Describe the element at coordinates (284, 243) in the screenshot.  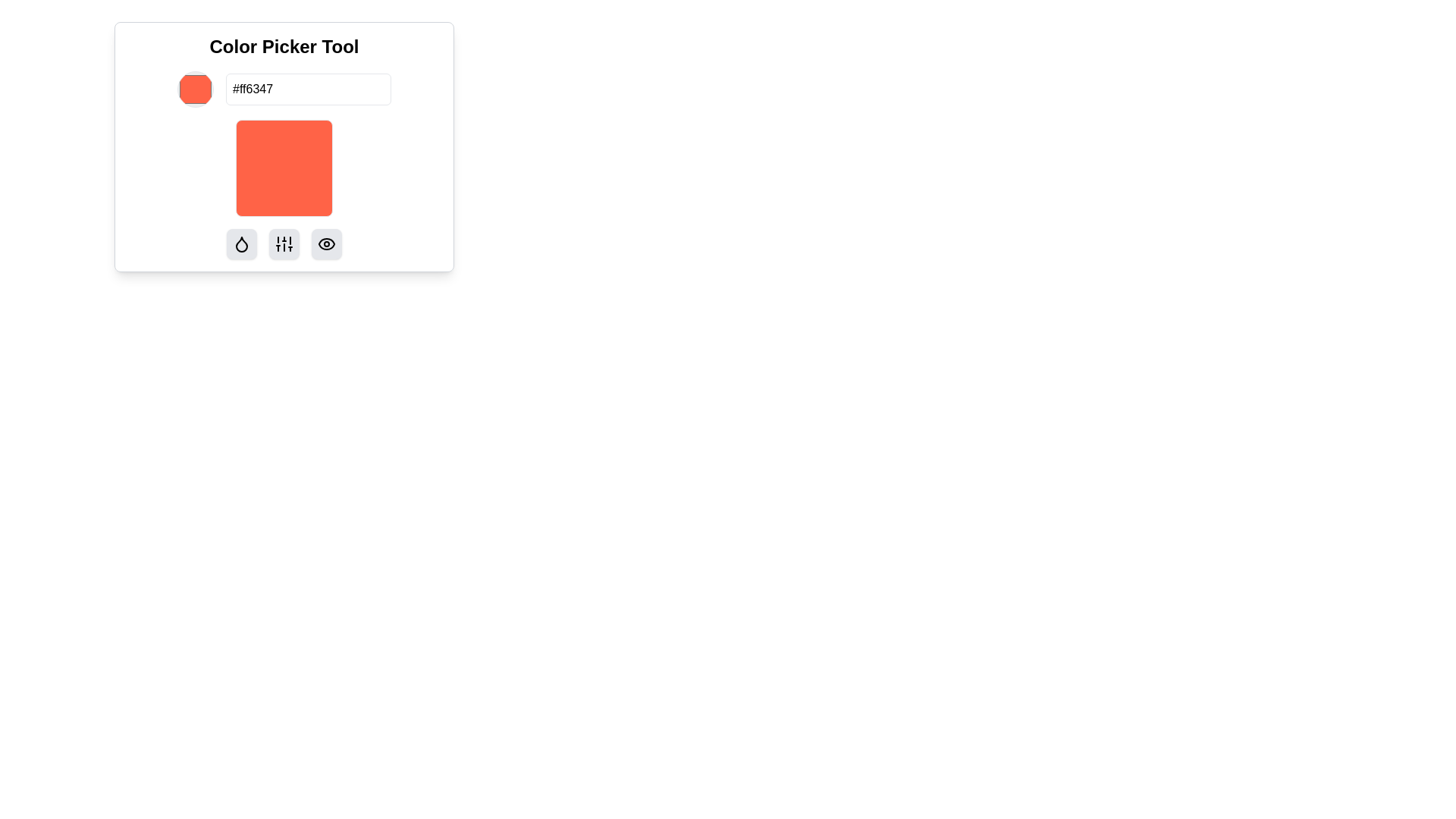
I see `the middle icon depicting three vertical sliders in the color picker tool interface` at that location.